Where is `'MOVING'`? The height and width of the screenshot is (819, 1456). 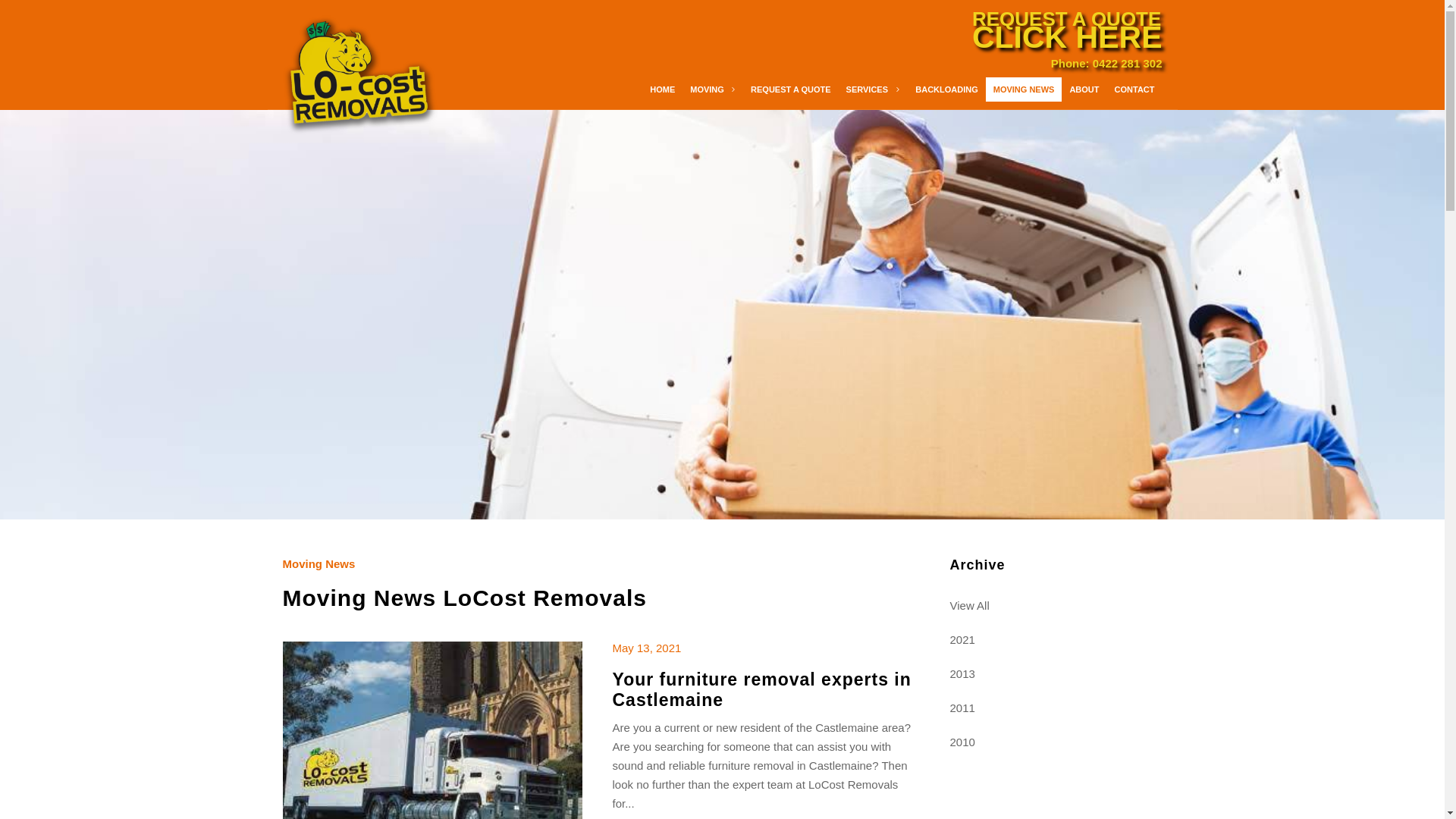 'MOVING' is located at coordinates (712, 89).